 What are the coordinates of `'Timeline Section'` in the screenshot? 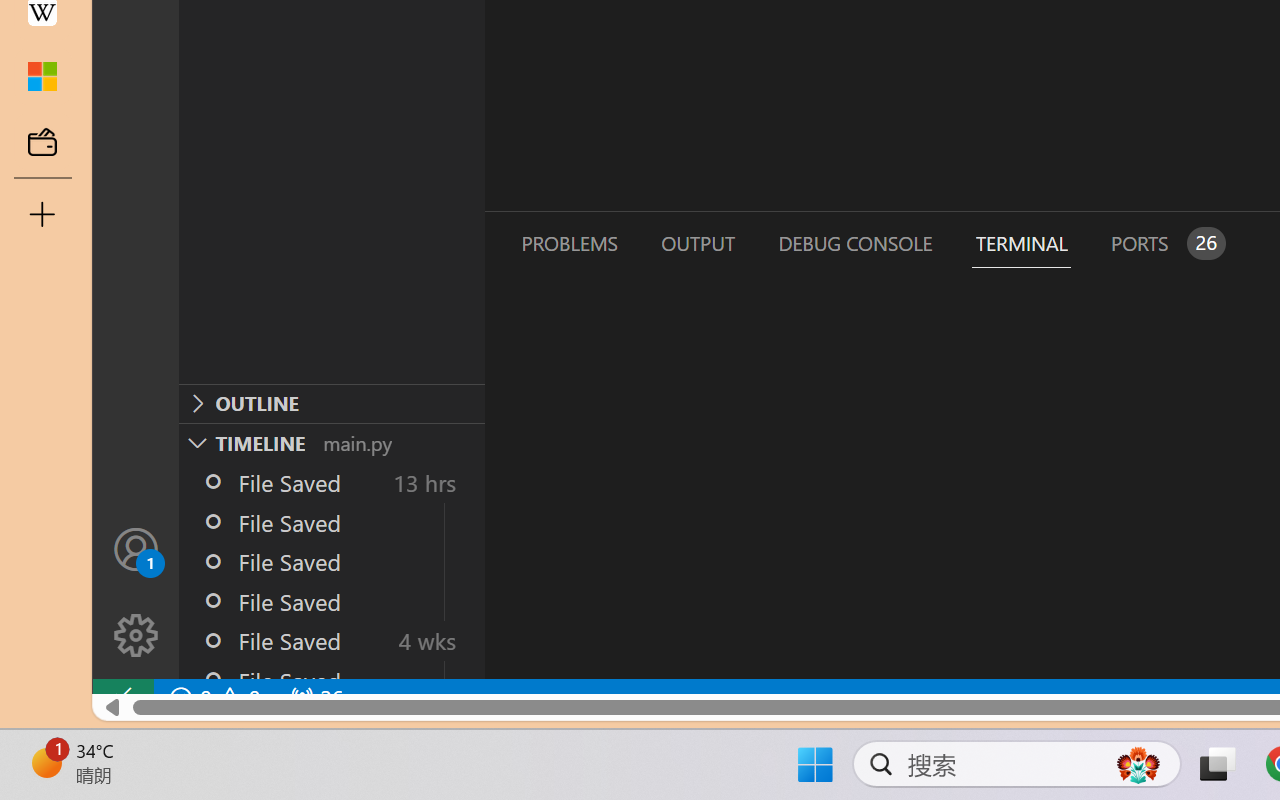 It's located at (331, 441).